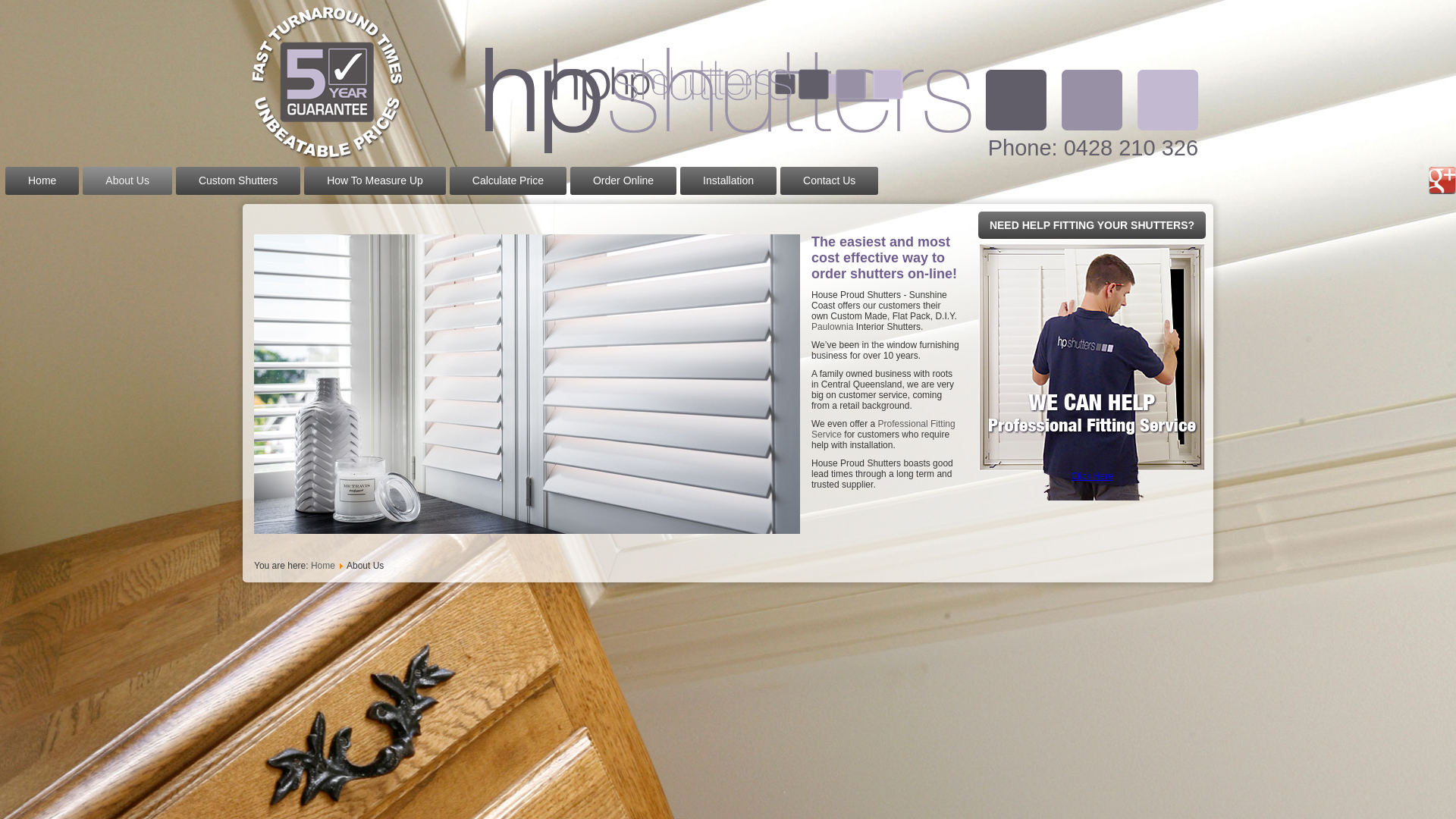  Describe the element at coordinates (570, 180) in the screenshot. I see `'Order Online'` at that location.